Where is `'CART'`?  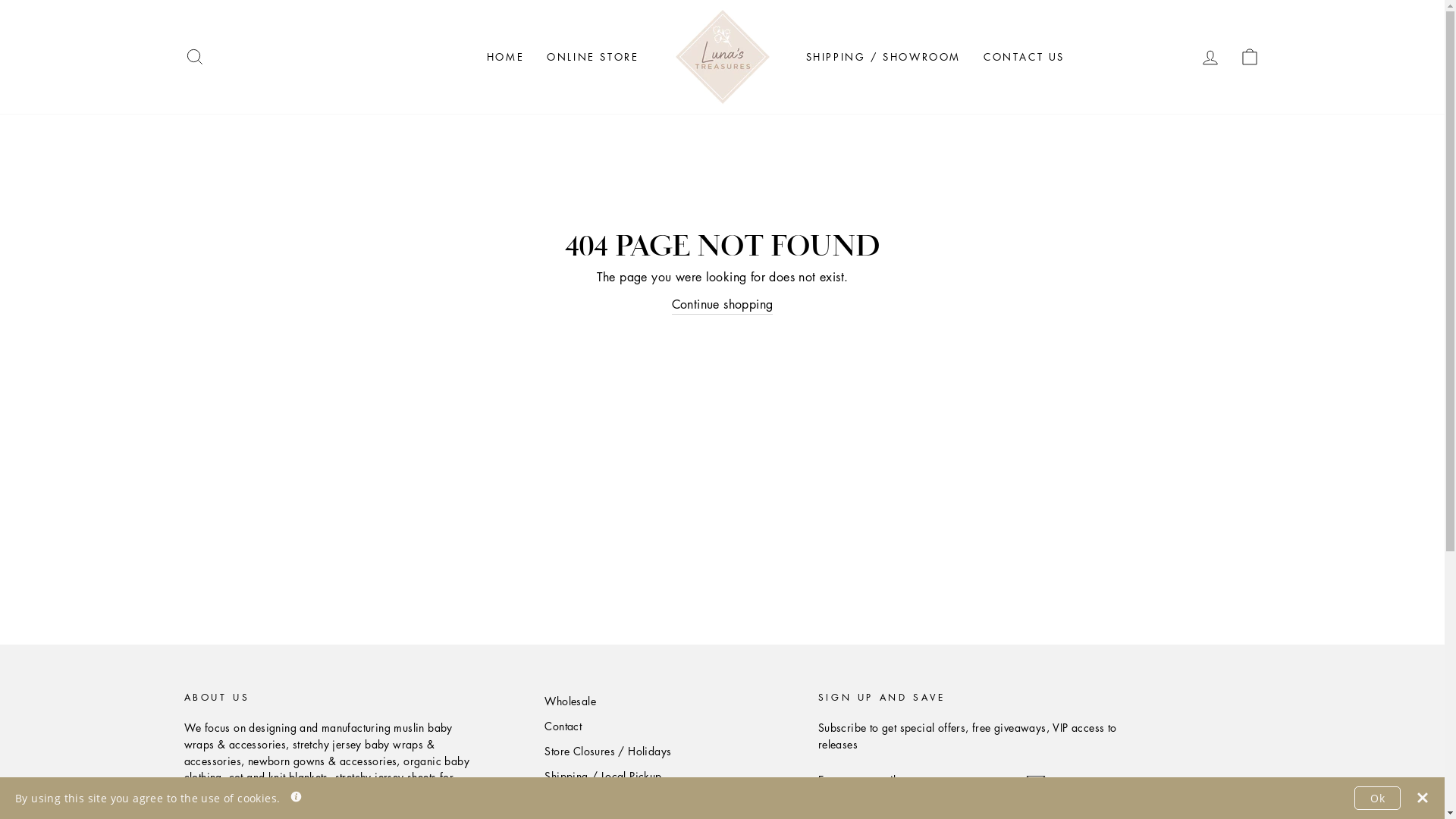
'CART' is located at coordinates (1249, 56).